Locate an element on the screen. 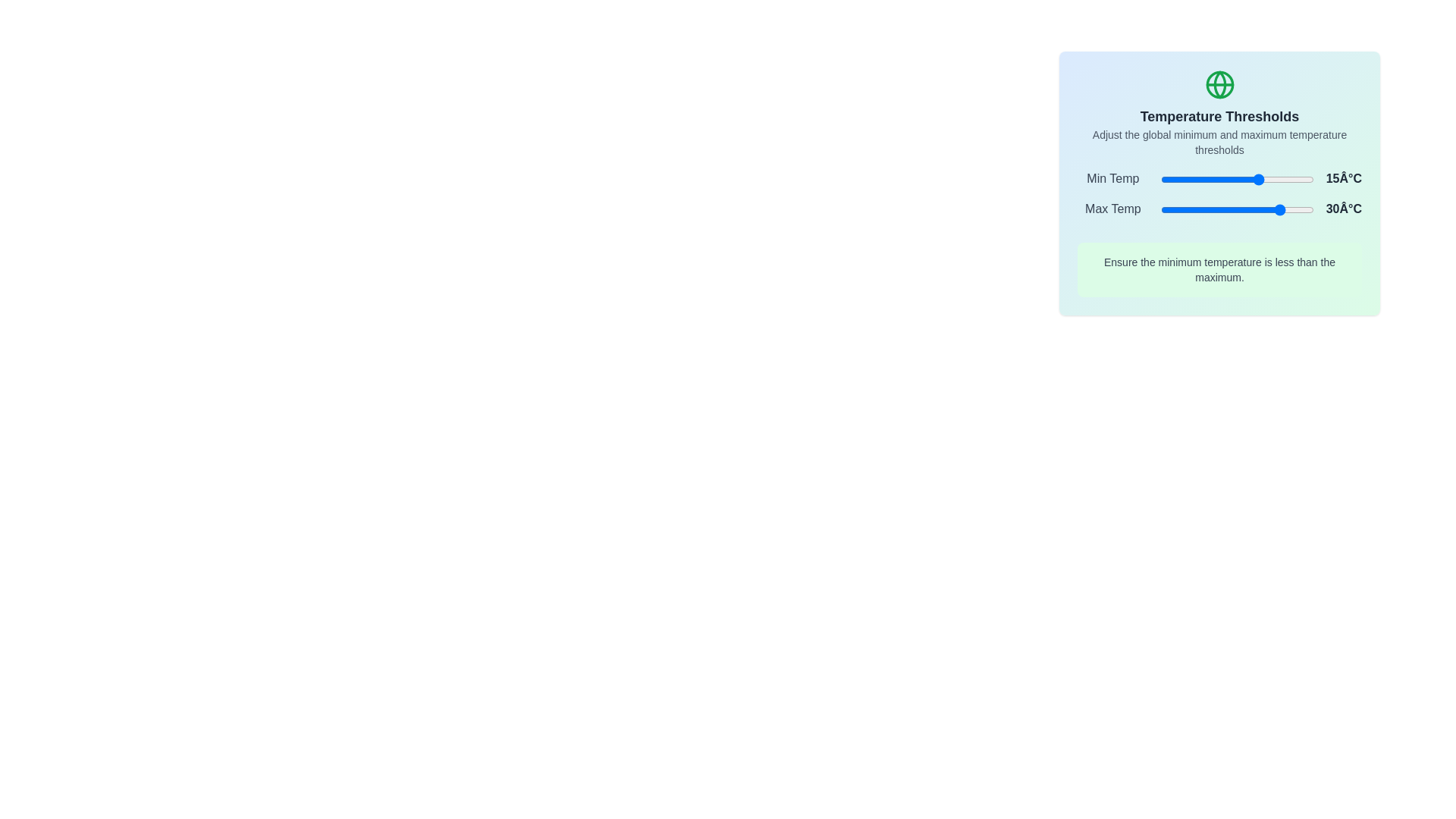  the maximum temperature slider to 18°C is located at coordinates (1265, 210).